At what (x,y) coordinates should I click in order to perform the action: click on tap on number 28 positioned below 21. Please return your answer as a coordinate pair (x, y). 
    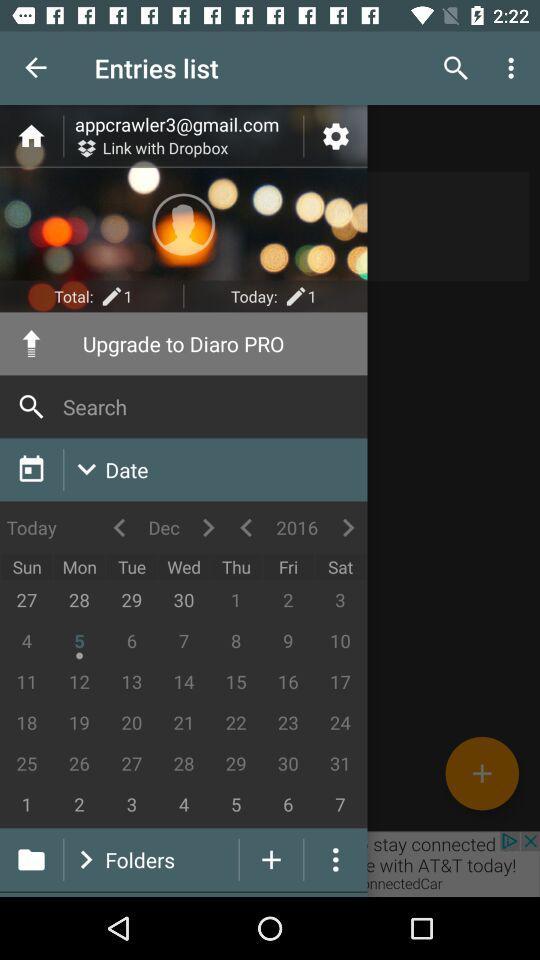
    Looking at the image, I should click on (184, 764).